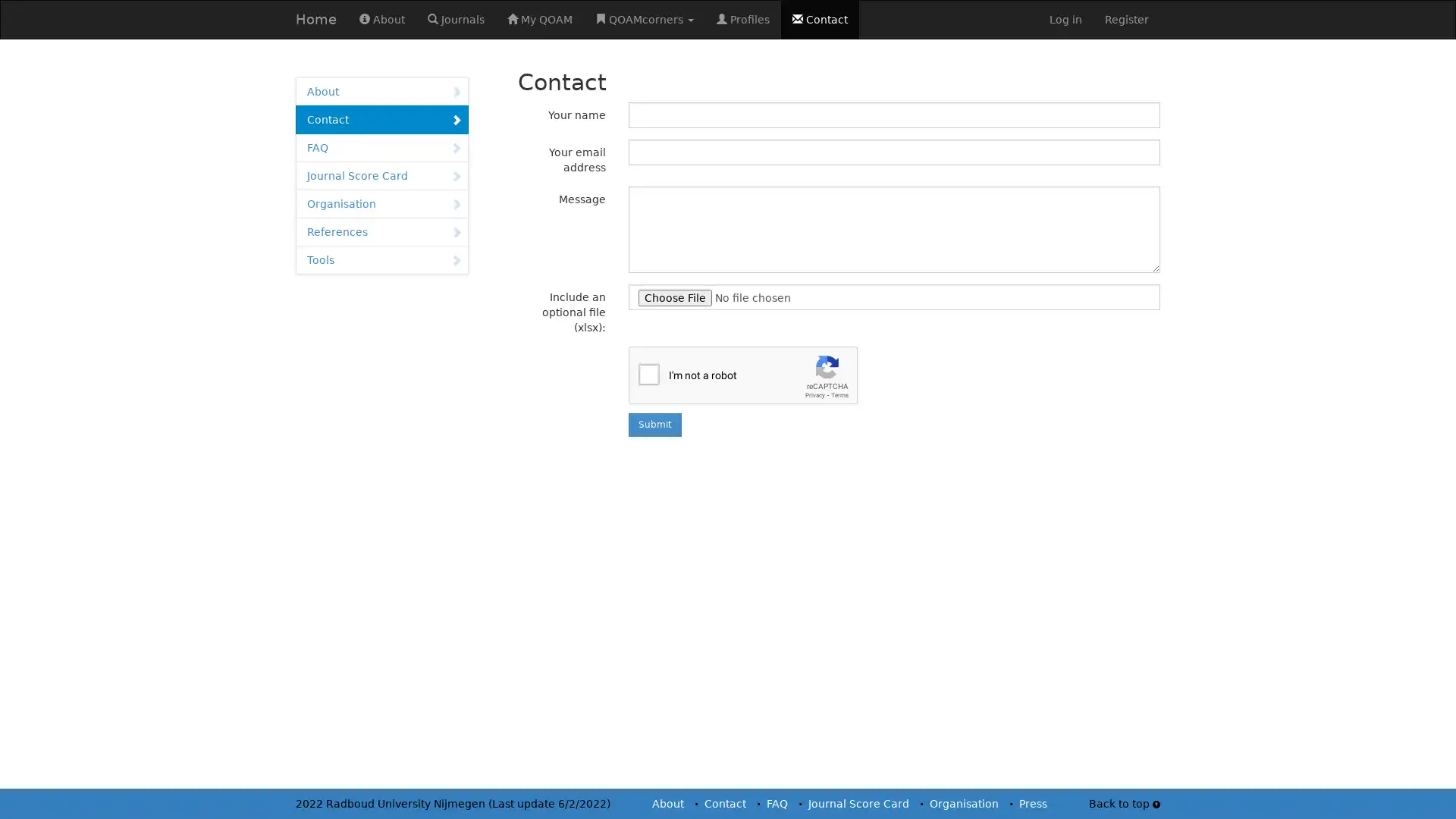  I want to click on Submit, so click(654, 425).